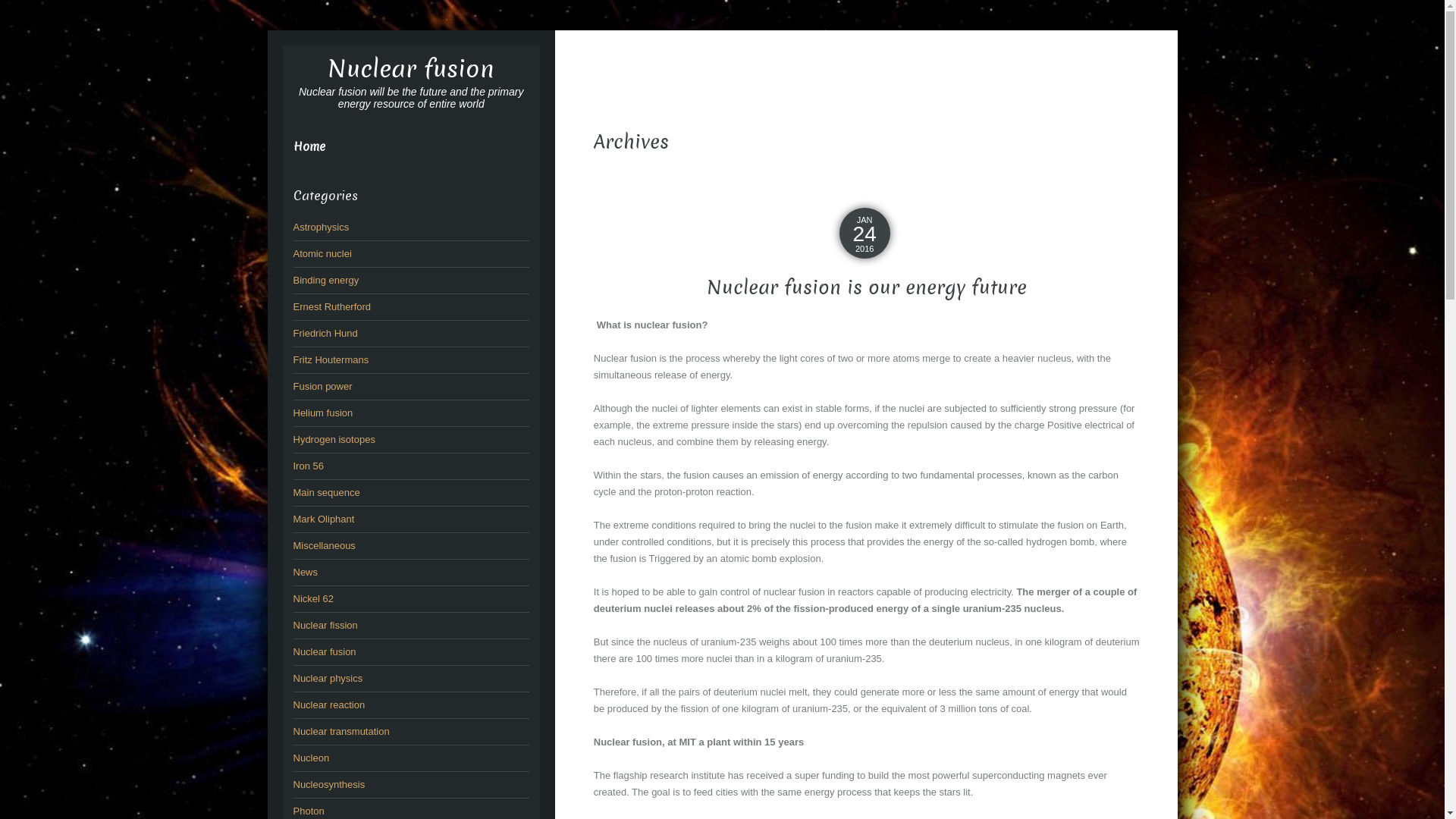 The width and height of the screenshot is (1456, 819). Describe the element at coordinates (340, 730) in the screenshot. I see `'Nuclear transmutation'` at that location.